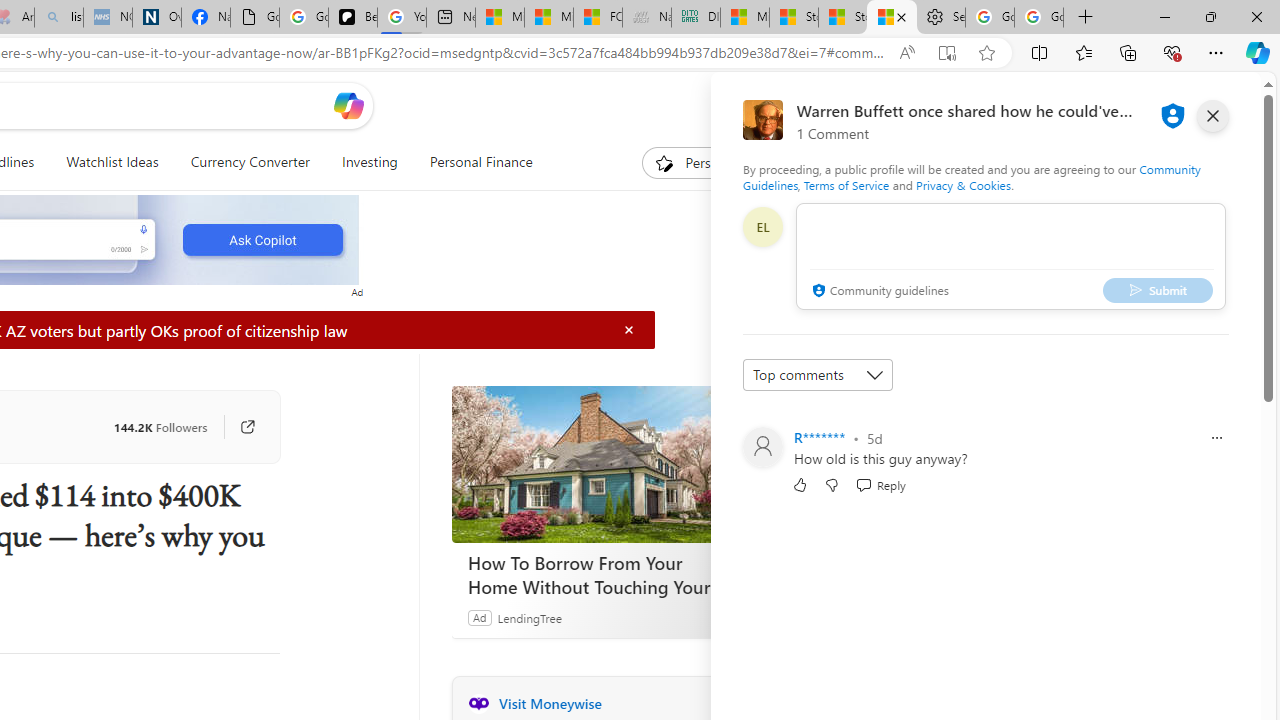 Image resolution: width=1280 pixels, height=720 pixels. Describe the element at coordinates (696, 17) in the screenshot. I see `'DITOGAMES AG Imprint'` at that location.